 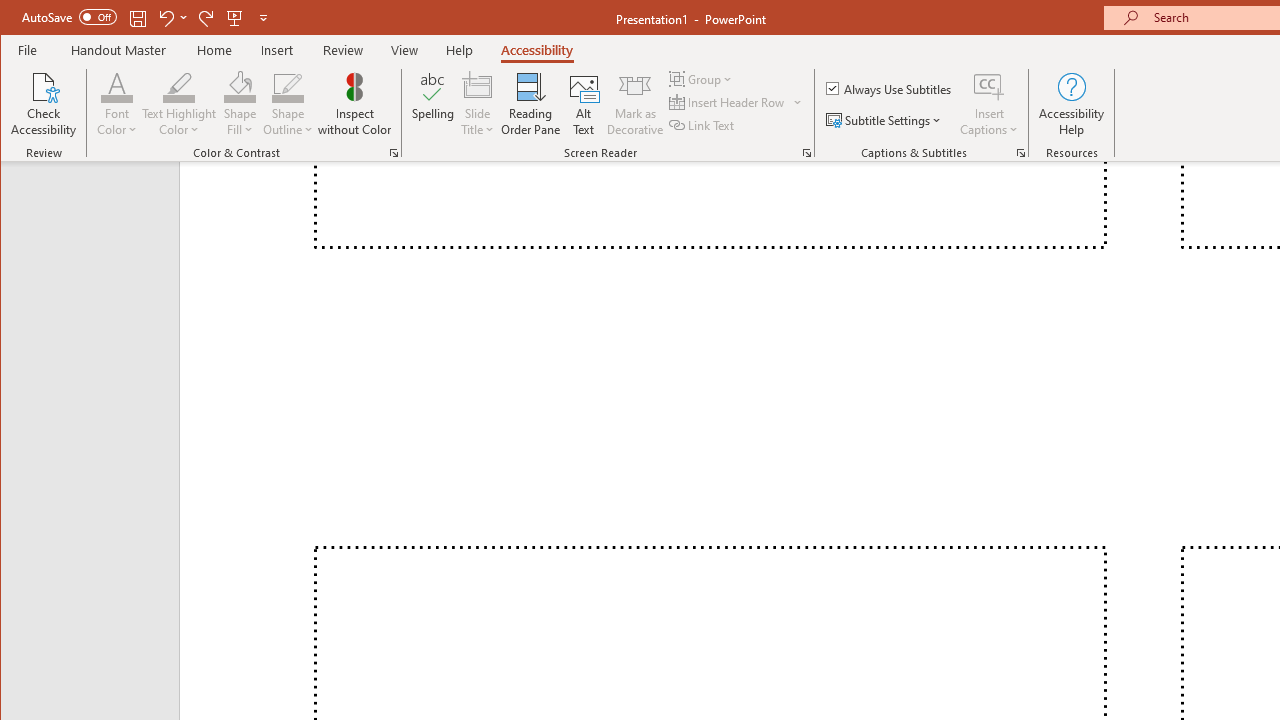 I want to click on 'Accessibility Help', so click(x=1071, y=104).